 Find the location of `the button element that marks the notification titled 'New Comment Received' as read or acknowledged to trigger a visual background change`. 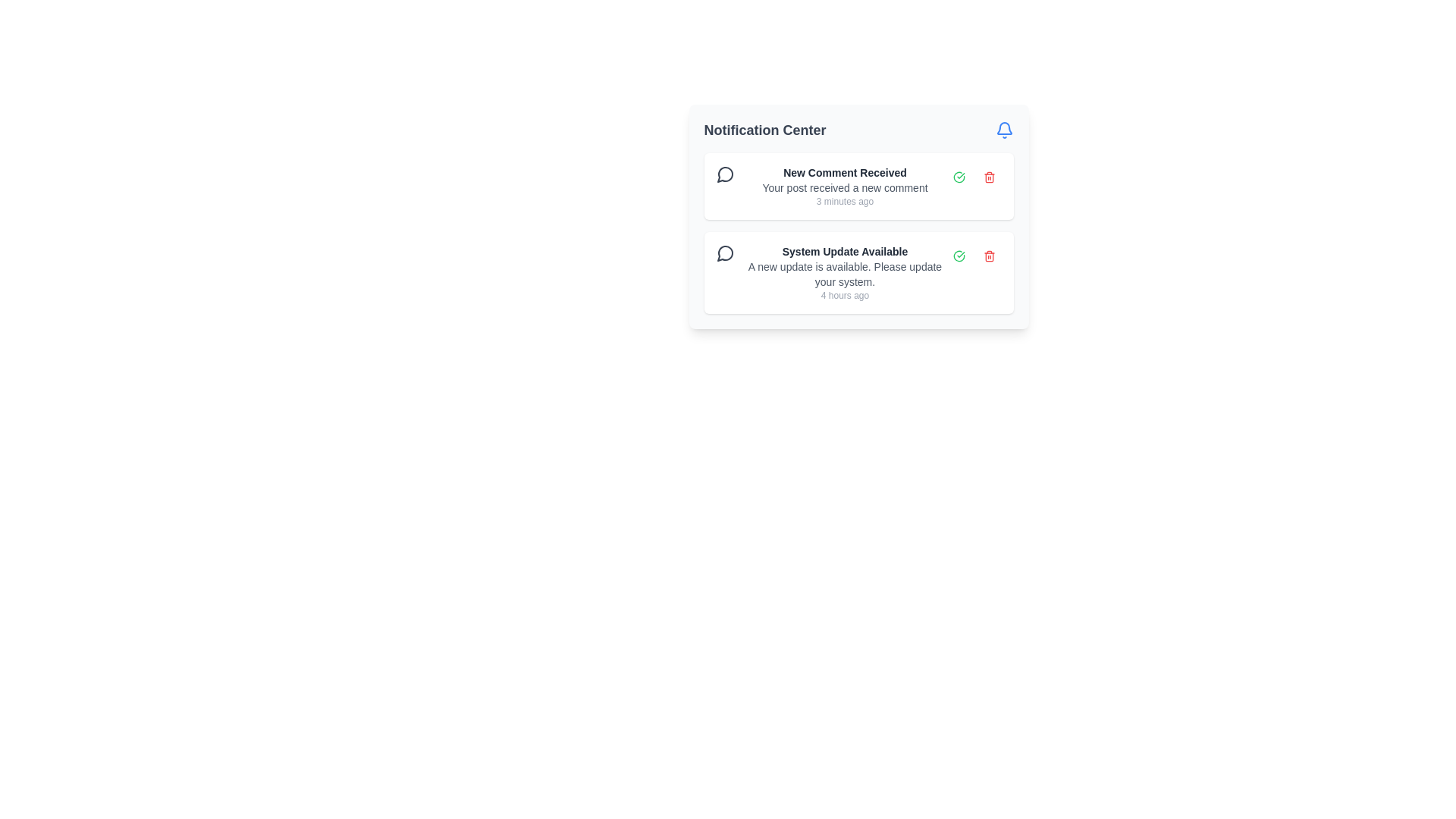

the button element that marks the notification titled 'New Comment Received' as read or acknowledged to trigger a visual background change is located at coordinates (958, 177).